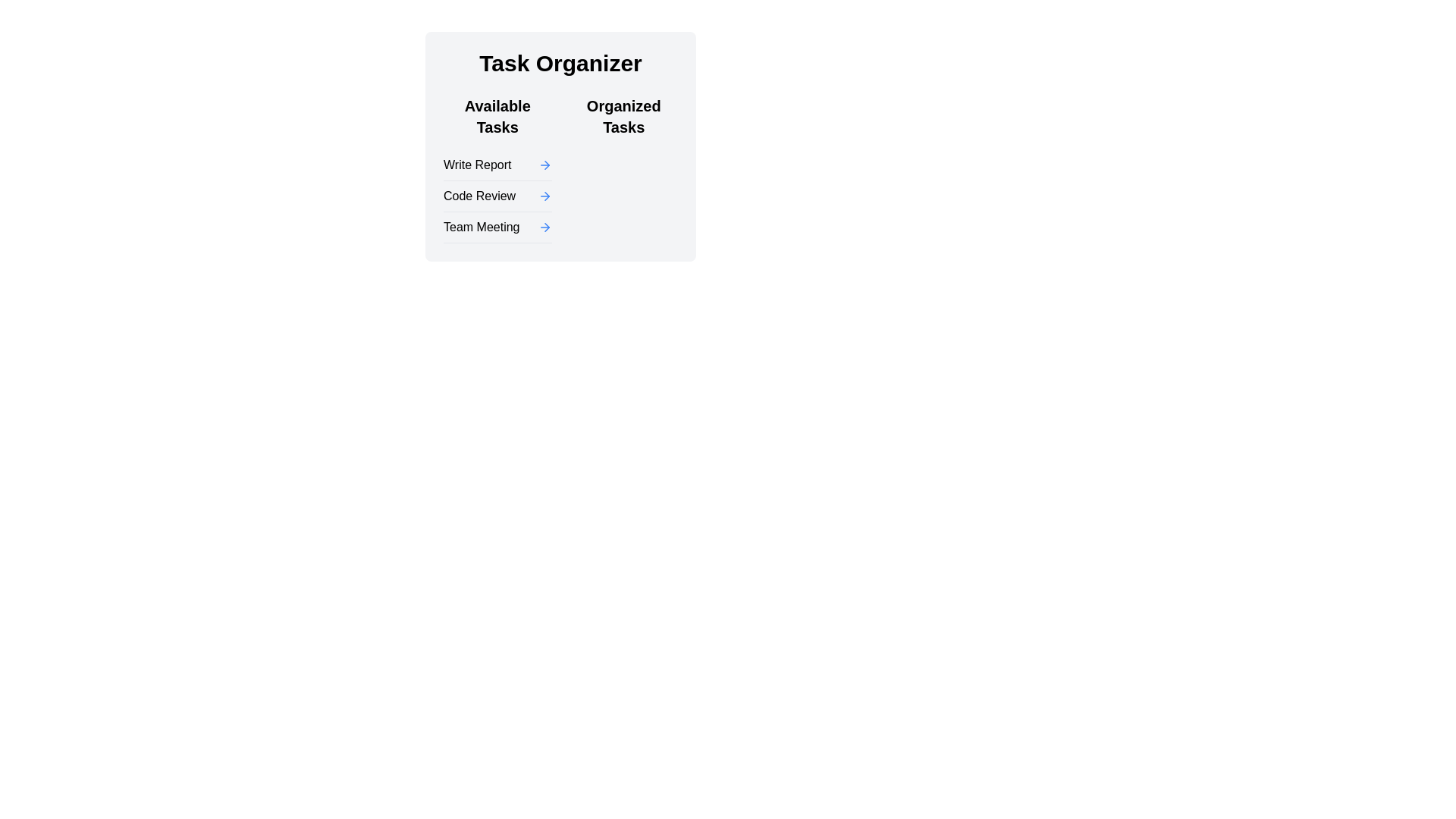 Image resolution: width=1456 pixels, height=819 pixels. What do you see at coordinates (497, 196) in the screenshot?
I see `the second row of the 'Available Tasks' list in the 'Task Organizer' interface, which is labeled 'Code Review' and has a blue arrow icon on the right` at bounding box center [497, 196].